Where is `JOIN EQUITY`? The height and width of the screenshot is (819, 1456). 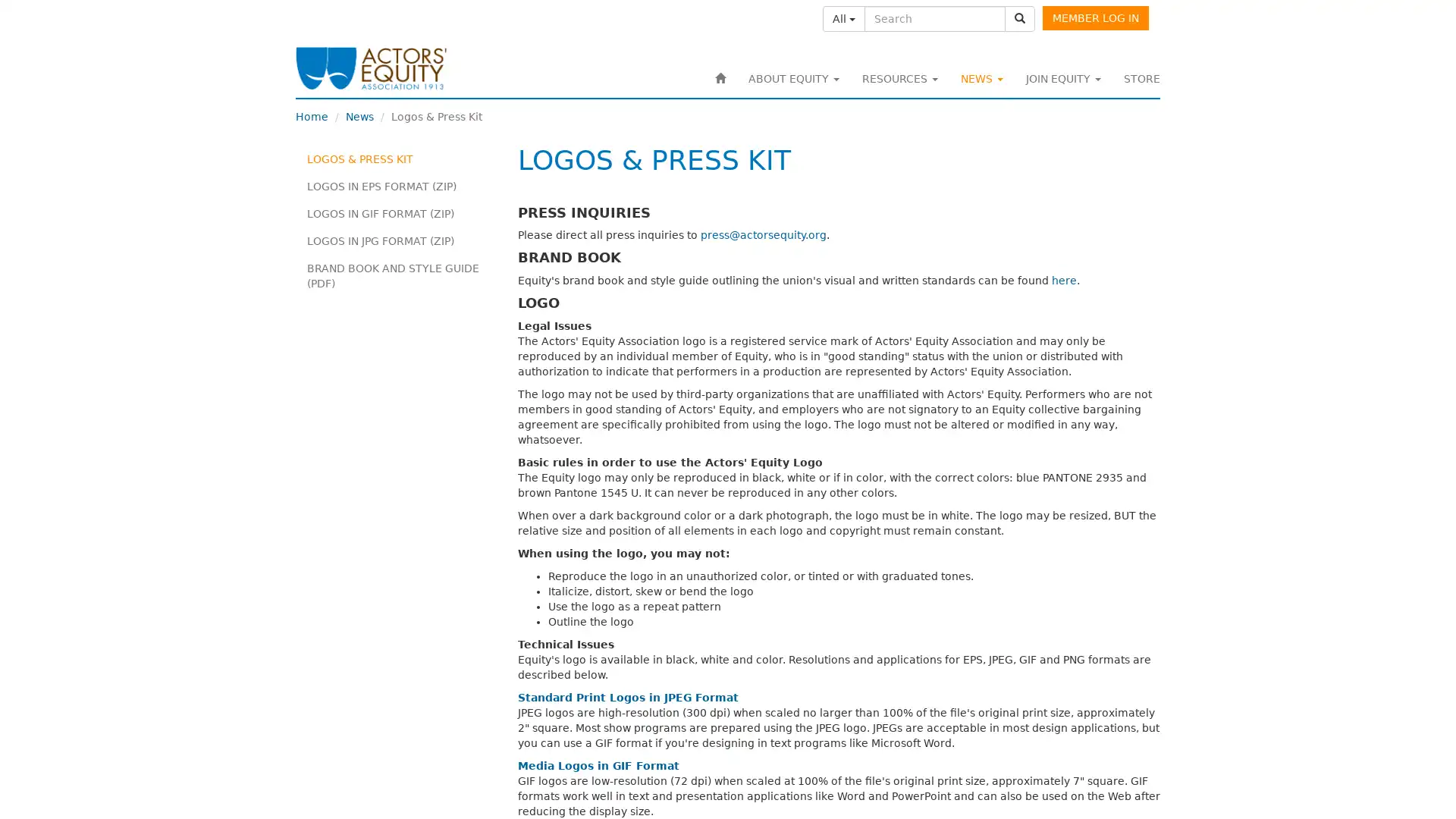
JOIN EQUITY is located at coordinates (1062, 79).